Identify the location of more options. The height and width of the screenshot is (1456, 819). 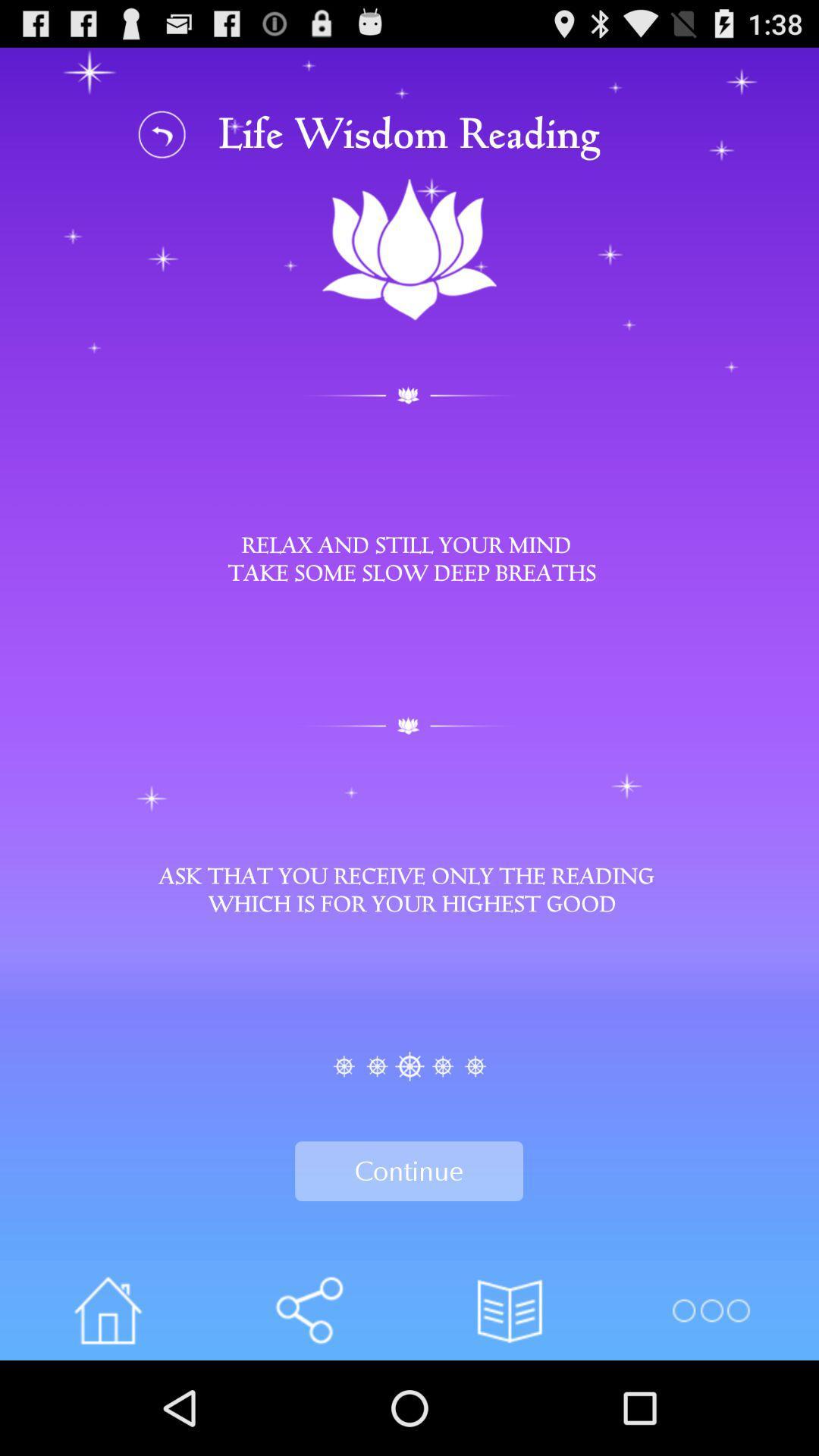
(711, 1310).